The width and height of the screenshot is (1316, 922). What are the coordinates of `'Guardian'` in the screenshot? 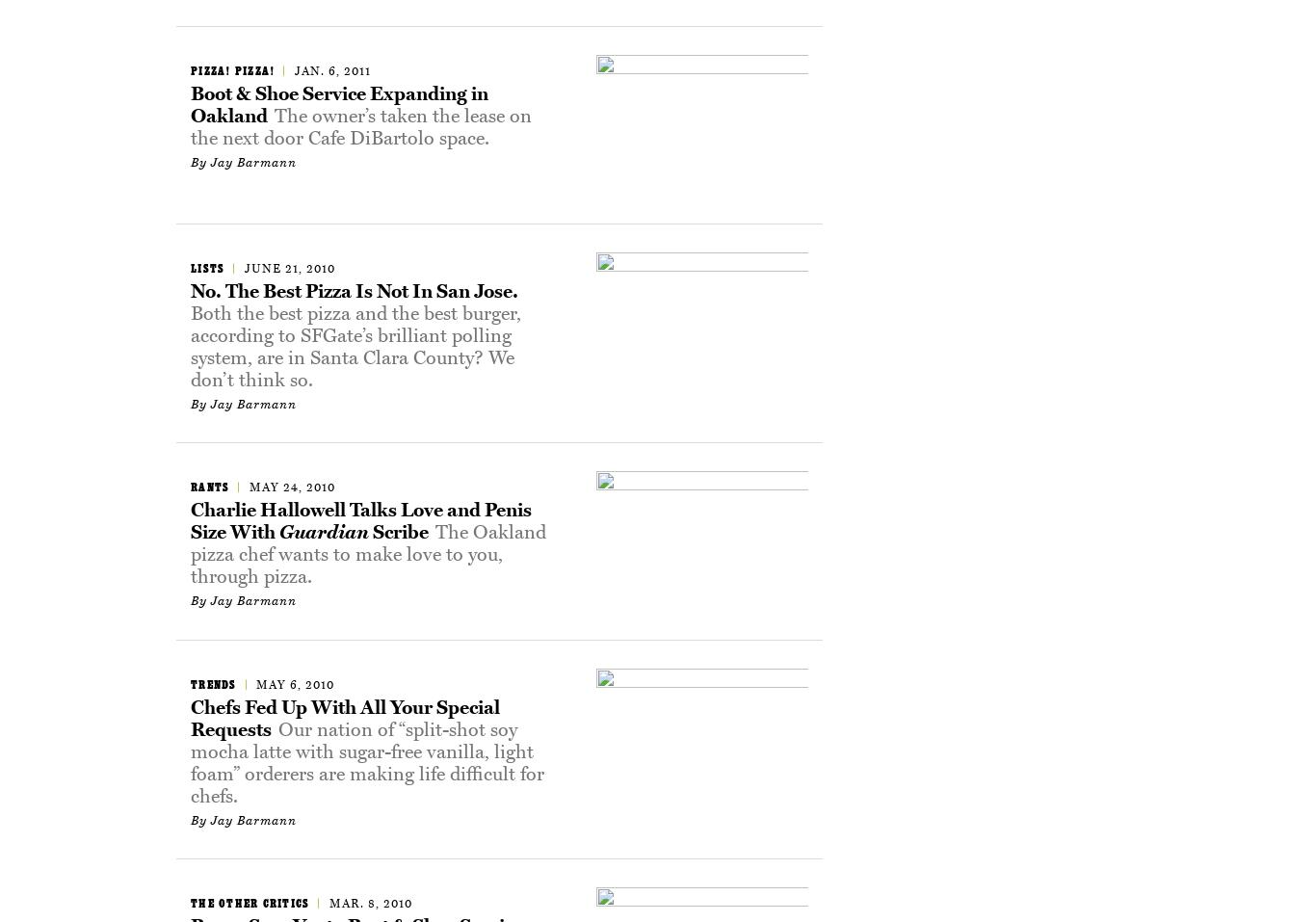 It's located at (324, 531).